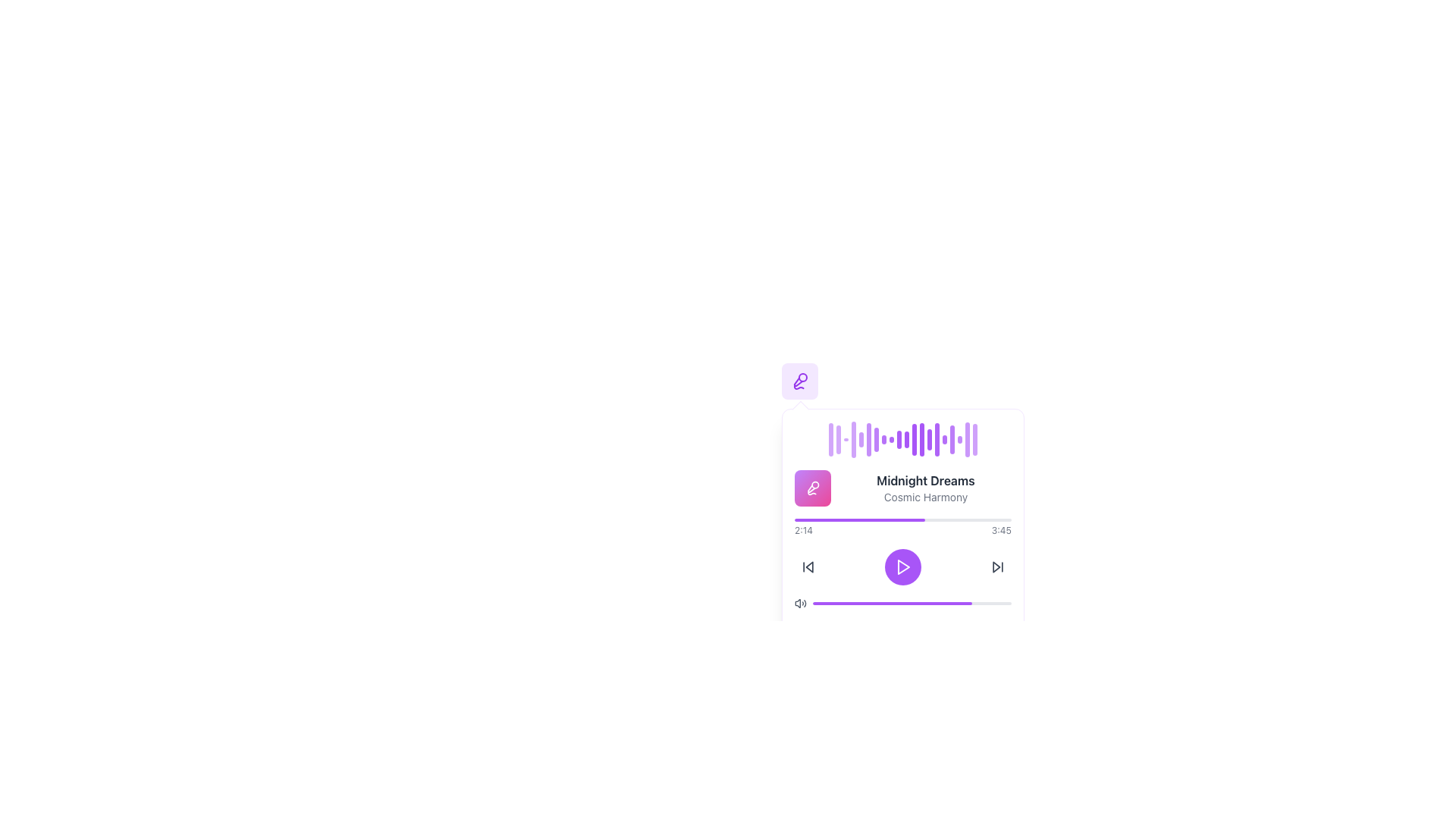 This screenshot has height=819, width=1456. Describe the element at coordinates (999, 602) in the screenshot. I see `the progress` at that location.